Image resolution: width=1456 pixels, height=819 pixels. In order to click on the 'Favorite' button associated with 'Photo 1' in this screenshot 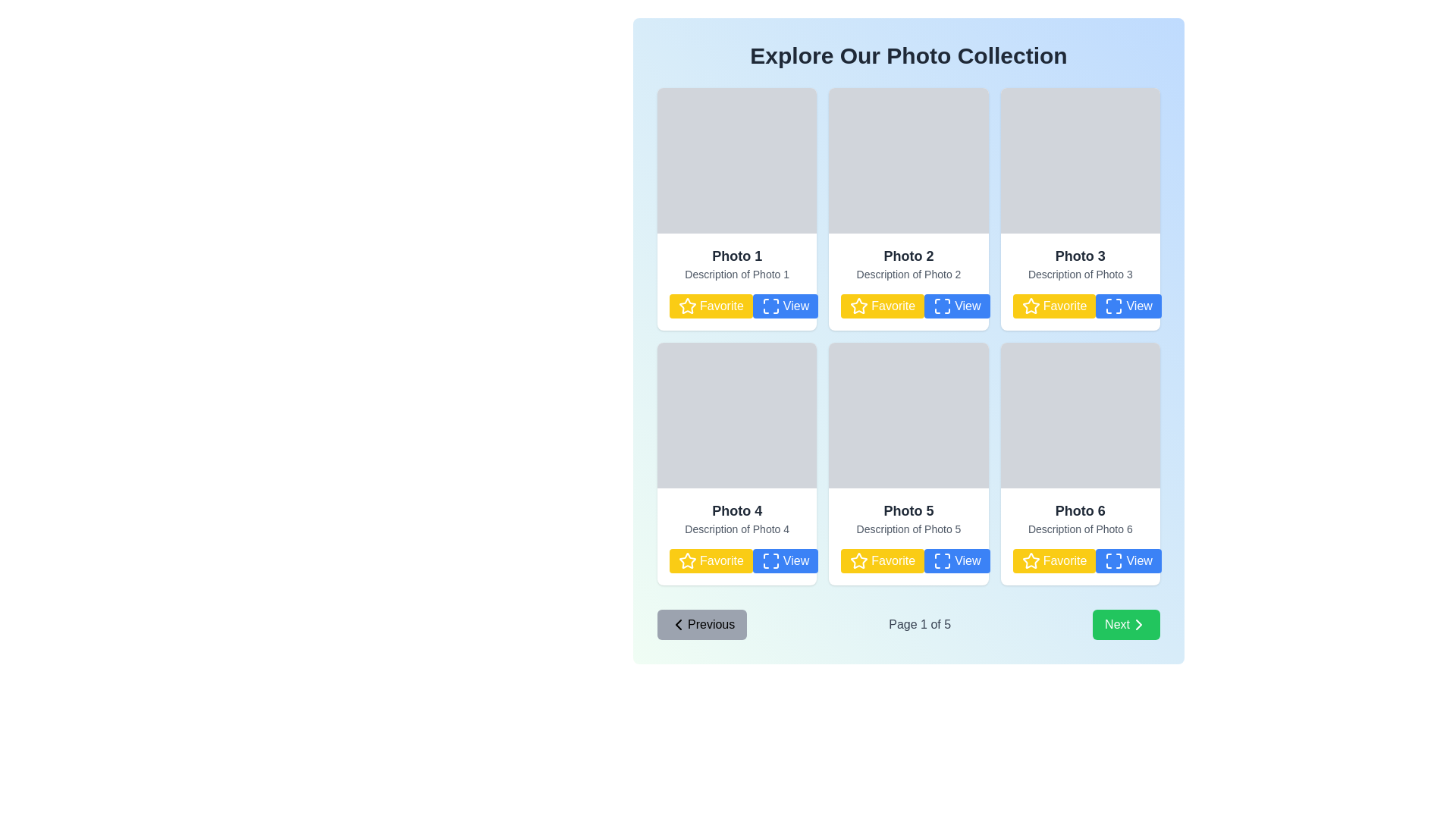, I will do `click(710, 306)`.